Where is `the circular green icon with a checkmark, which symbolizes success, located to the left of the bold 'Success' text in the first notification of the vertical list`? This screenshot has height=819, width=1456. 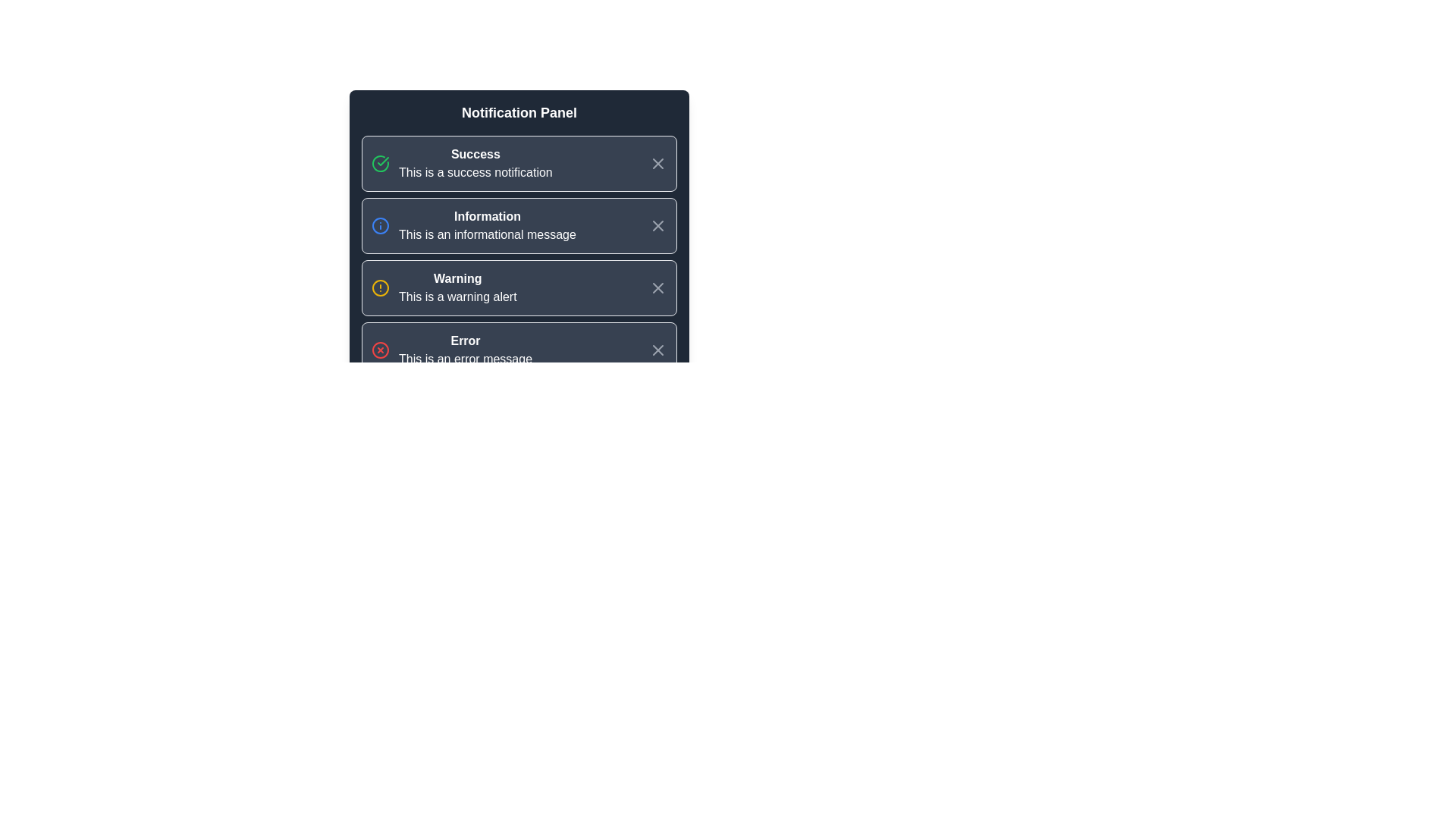 the circular green icon with a checkmark, which symbolizes success, located to the left of the bold 'Success' text in the first notification of the vertical list is located at coordinates (381, 164).